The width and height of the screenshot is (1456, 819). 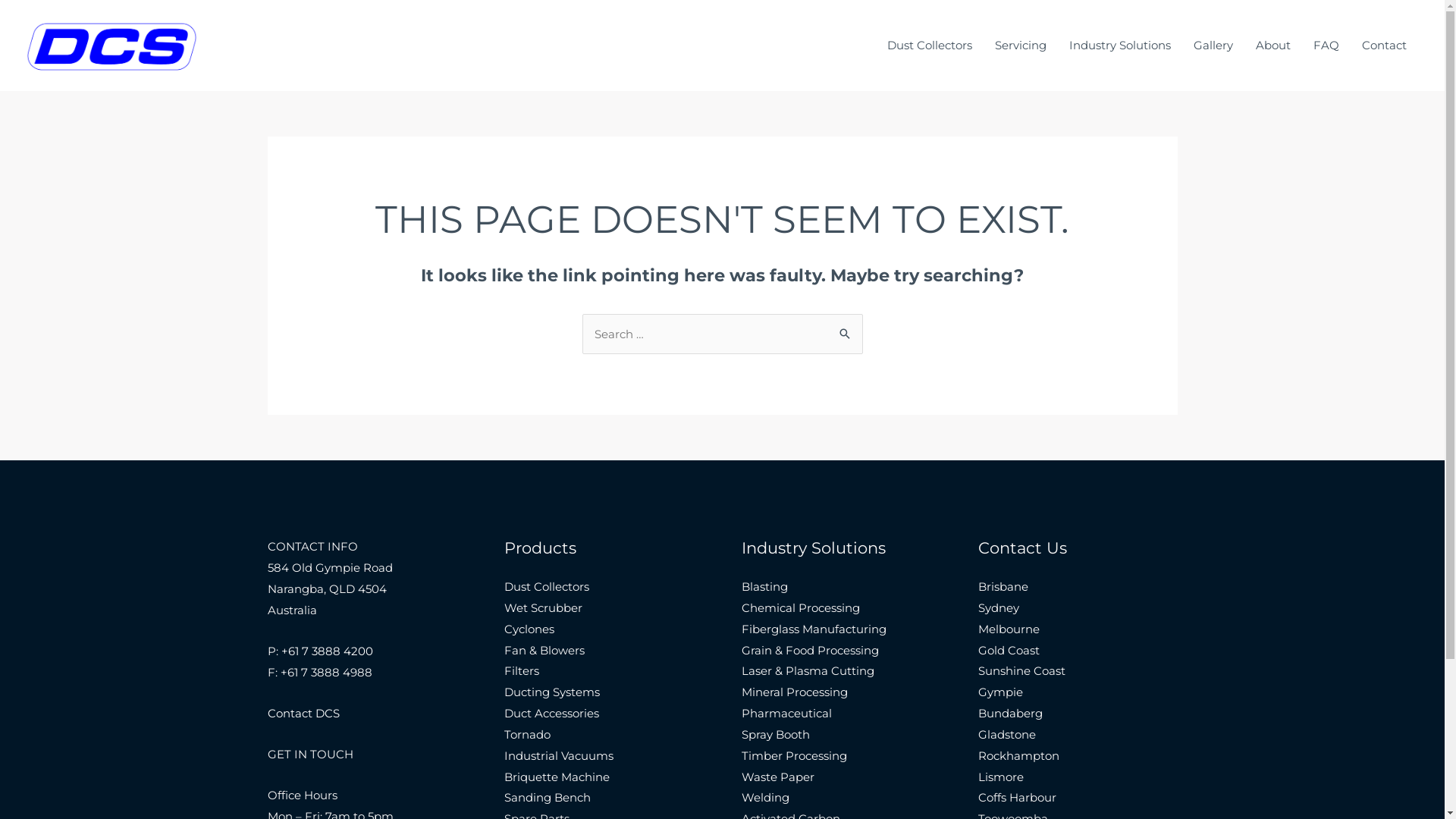 I want to click on 'Dust Collectors', so click(x=928, y=45).